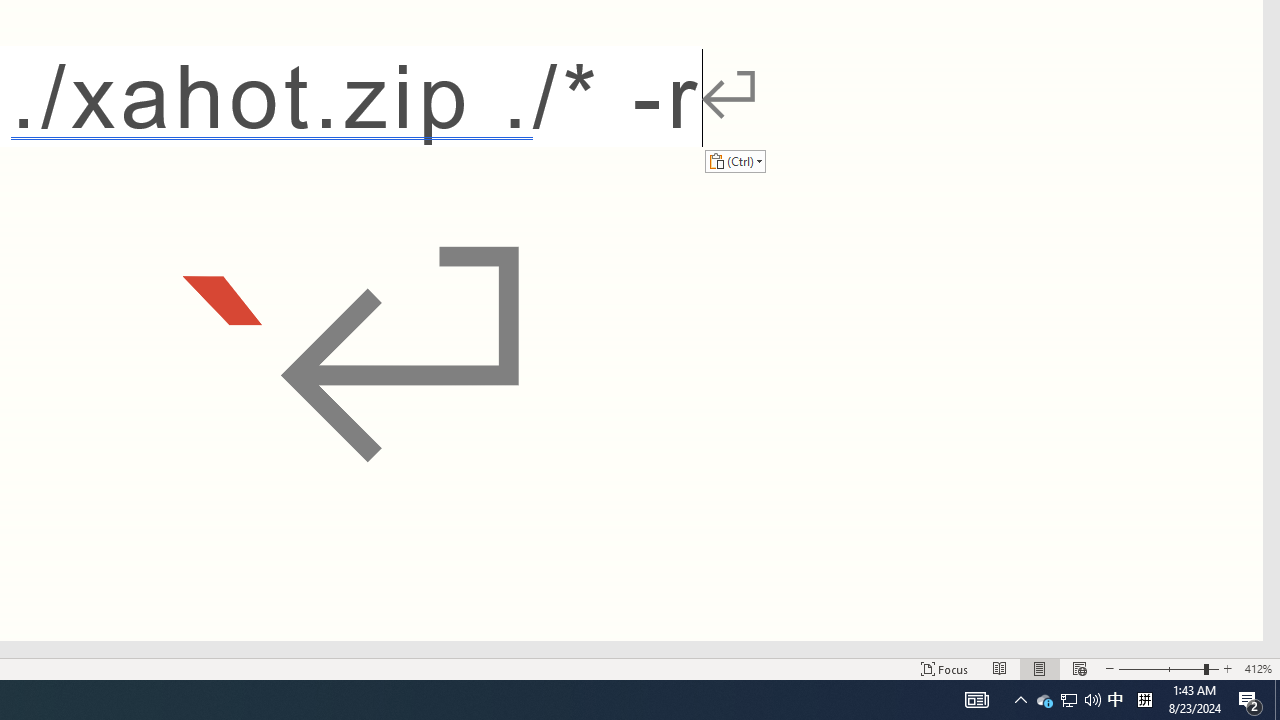 The height and width of the screenshot is (720, 1280). I want to click on 'Action: Paste alternatives', so click(734, 160).